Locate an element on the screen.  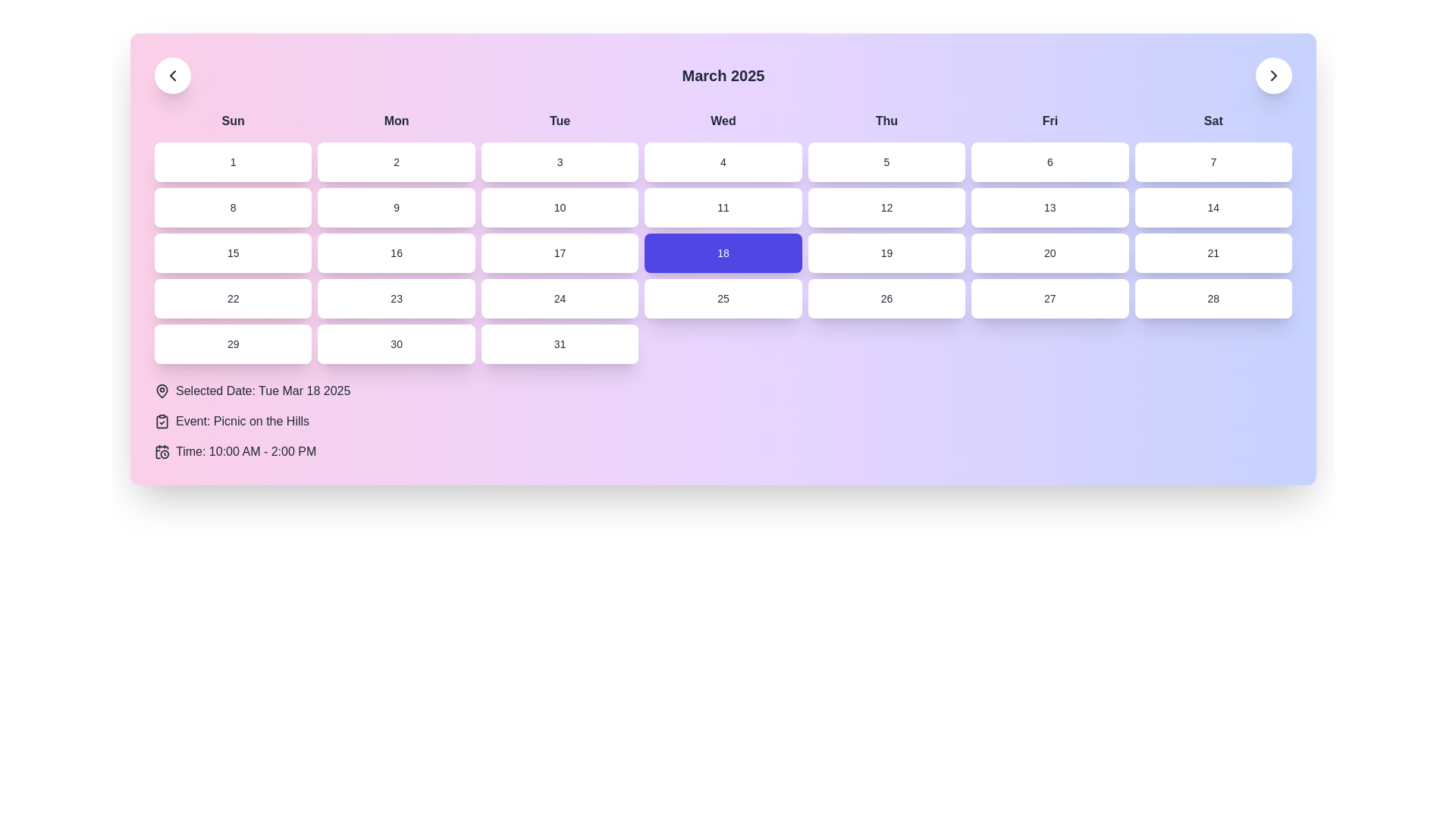
the cell styled as a white rounded rectangle containing the number '11' is located at coordinates (723, 207).